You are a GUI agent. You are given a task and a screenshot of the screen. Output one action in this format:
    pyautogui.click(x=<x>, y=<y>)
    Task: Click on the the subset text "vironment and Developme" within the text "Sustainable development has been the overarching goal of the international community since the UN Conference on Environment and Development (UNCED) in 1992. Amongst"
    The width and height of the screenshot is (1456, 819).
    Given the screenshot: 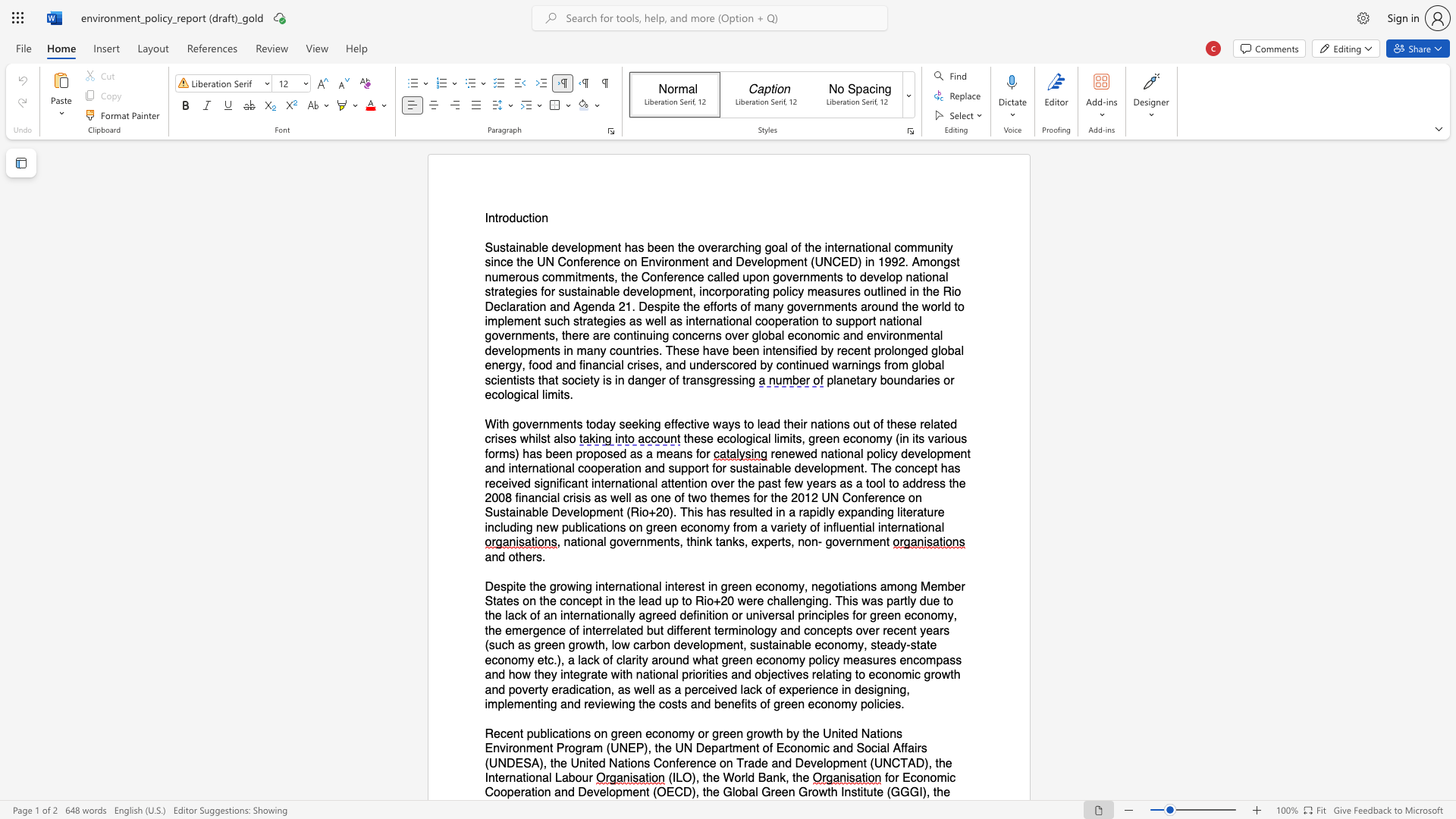 What is the action you would take?
    pyautogui.click(x=655, y=262)
    